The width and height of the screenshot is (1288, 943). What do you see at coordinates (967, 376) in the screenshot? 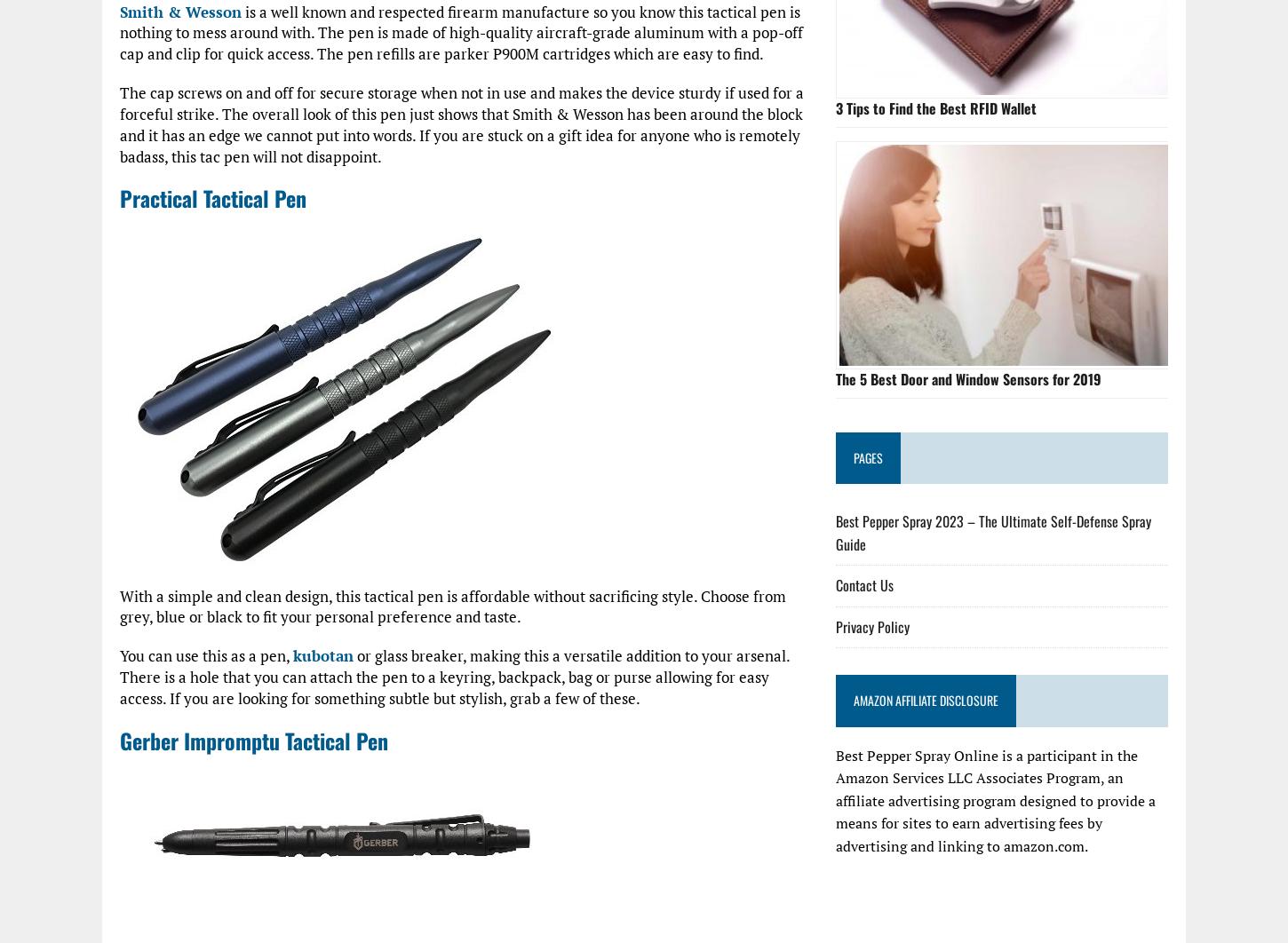
I see `'The 5 Best Door and Window Sensors for 2019'` at bounding box center [967, 376].